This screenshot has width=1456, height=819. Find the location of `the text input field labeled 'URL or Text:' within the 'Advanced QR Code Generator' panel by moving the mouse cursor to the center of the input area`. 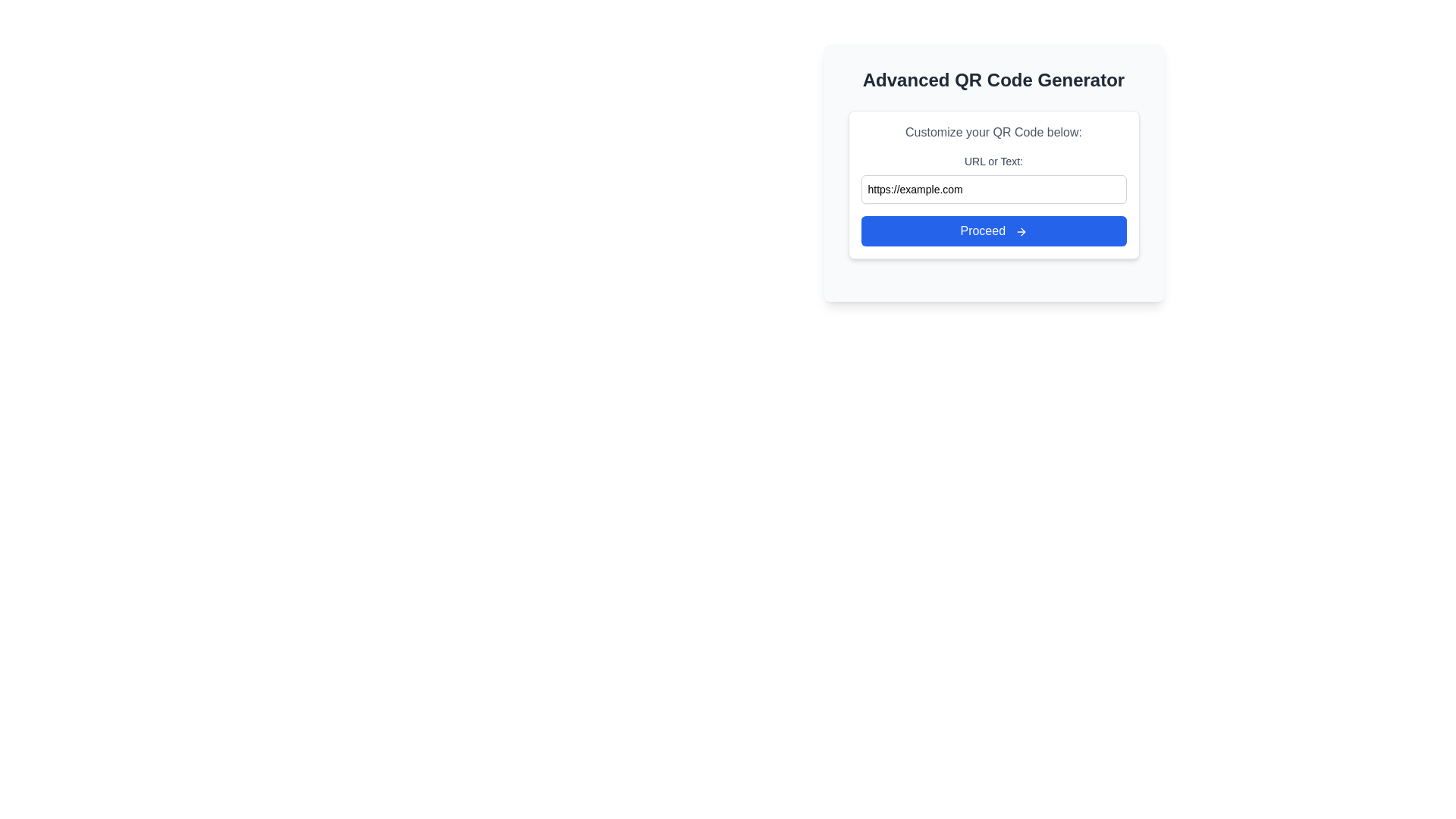

the text input field labeled 'URL or Text:' within the 'Advanced QR Code Generator' panel by moving the mouse cursor to the center of the input area is located at coordinates (993, 171).